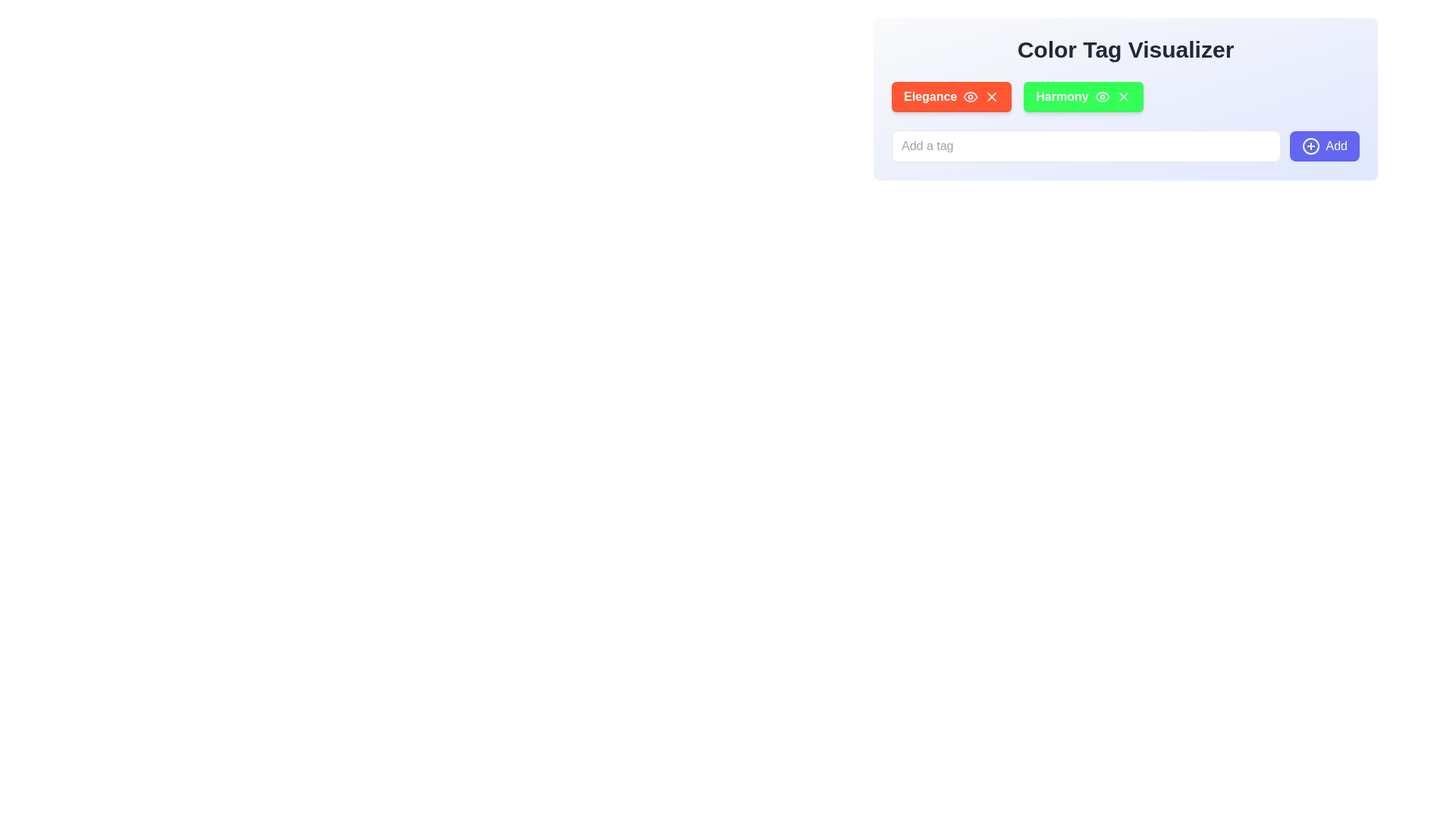  Describe the element at coordinates (1336, 146) in the screenshot. I see `the static text component of the clickable button located in the lower right corner of the 'Color Tag Visualizer' interface, which is to the right of the plus icon` at that location.